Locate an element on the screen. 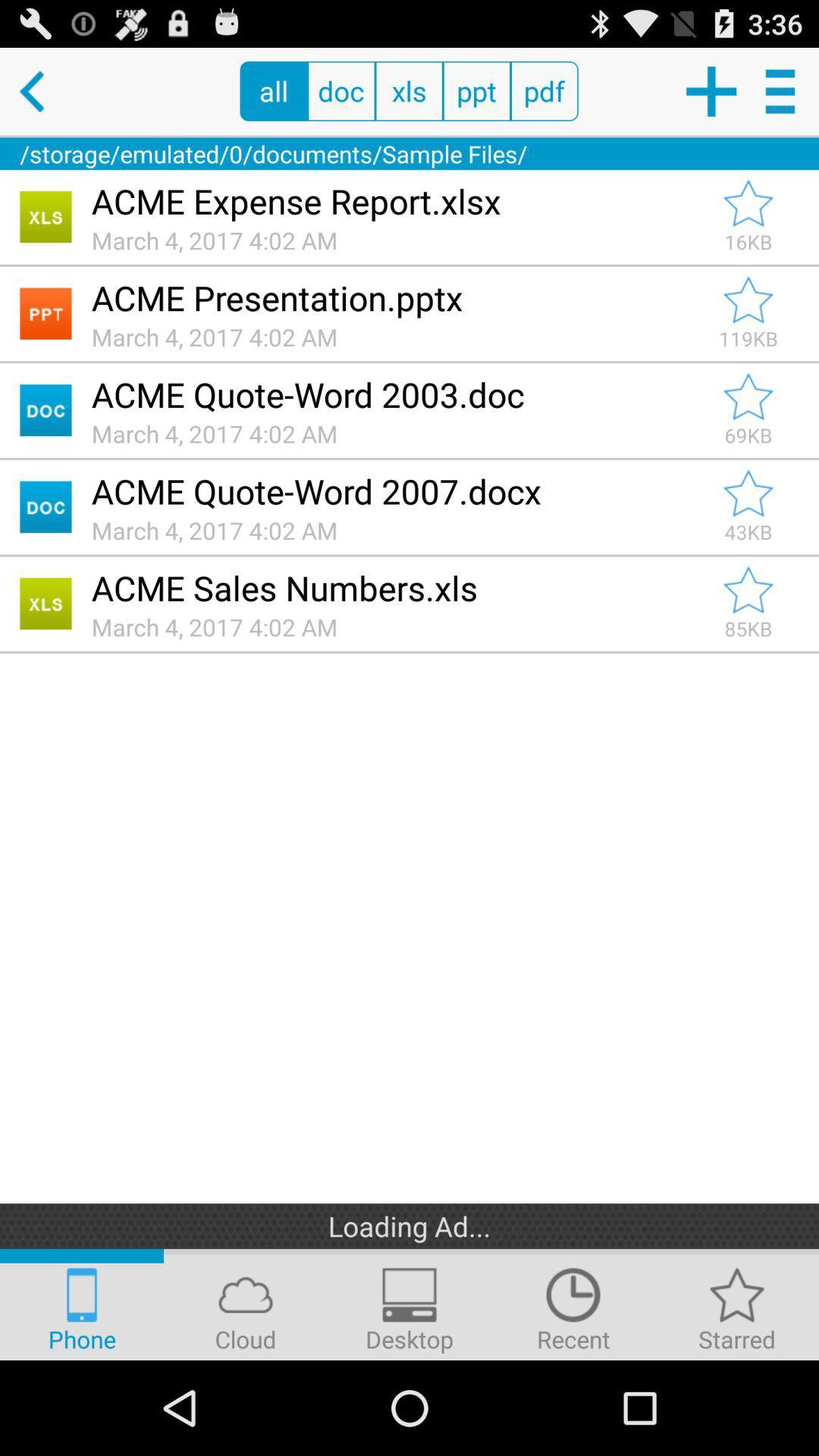 The width and height of the screenshot is (819, 1456). star this selection is located at coordinates (748, 494).